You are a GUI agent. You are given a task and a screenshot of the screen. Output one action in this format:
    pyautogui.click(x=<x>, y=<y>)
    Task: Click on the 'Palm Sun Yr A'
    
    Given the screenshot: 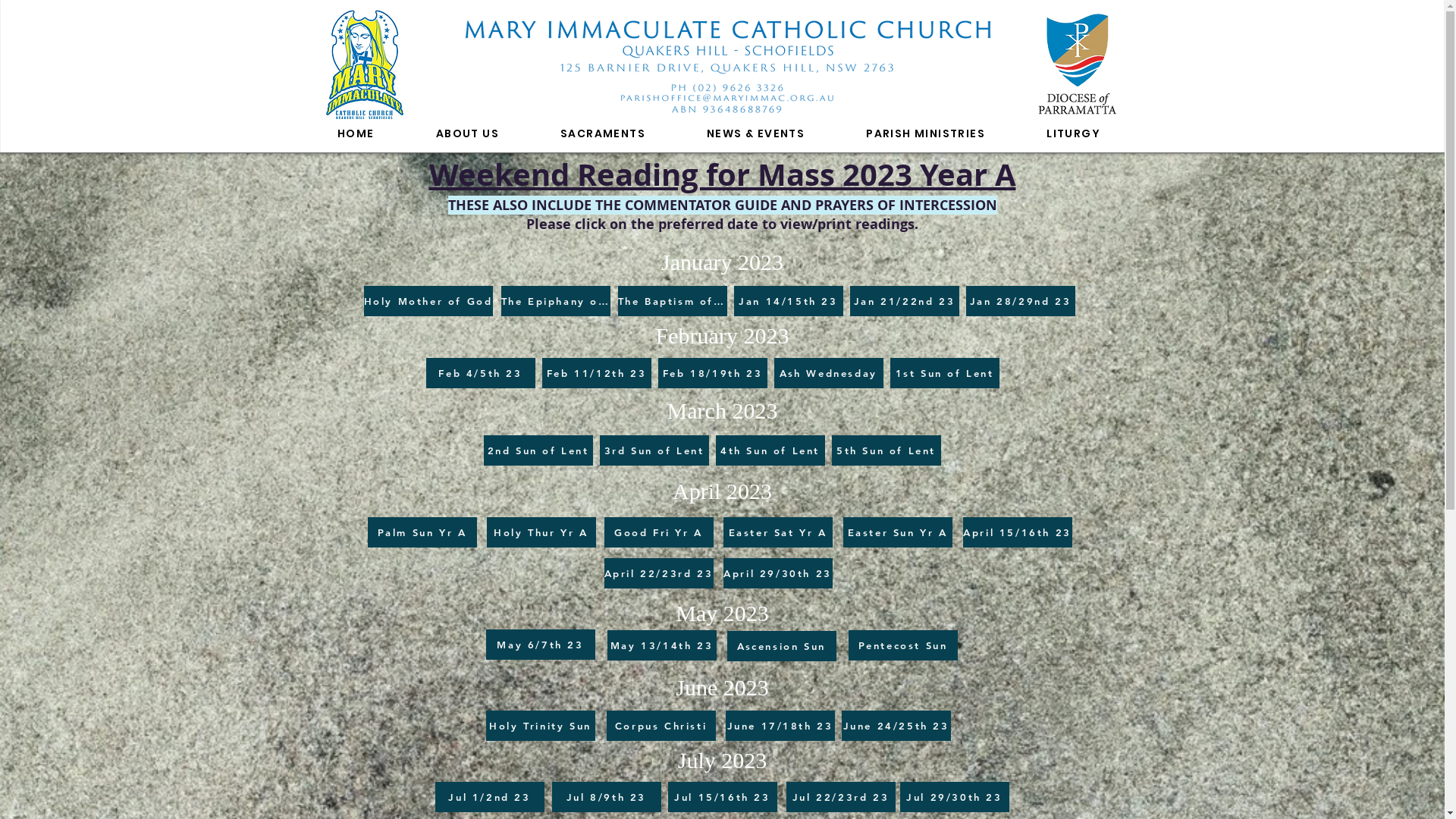 What is the action you would take?
    pyautogui.click(x=422, y=532)
    